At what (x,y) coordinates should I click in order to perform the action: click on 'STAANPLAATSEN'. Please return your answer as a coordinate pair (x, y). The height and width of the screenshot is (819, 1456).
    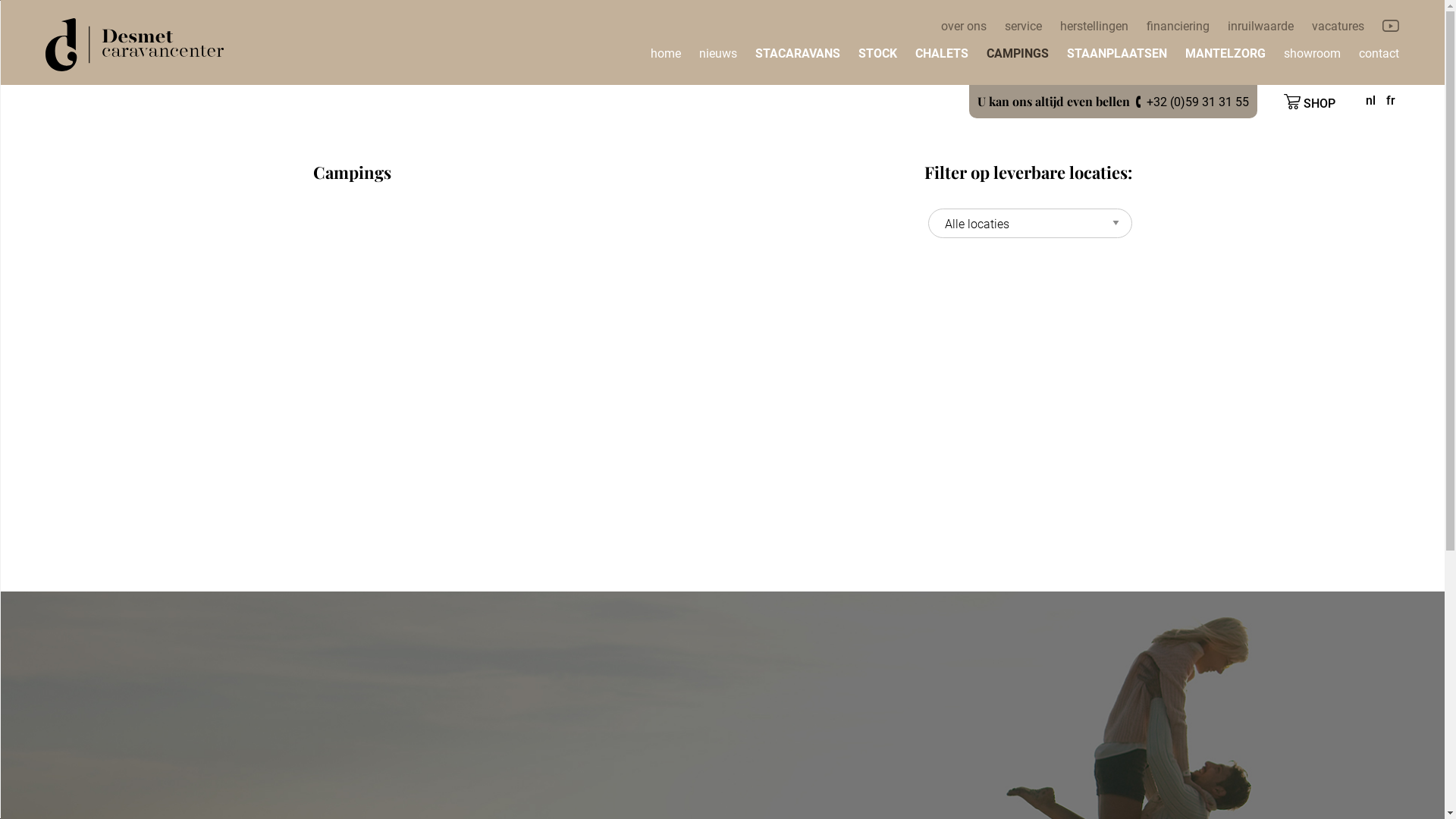
    Looking at the image, I should click on (1117, 52).